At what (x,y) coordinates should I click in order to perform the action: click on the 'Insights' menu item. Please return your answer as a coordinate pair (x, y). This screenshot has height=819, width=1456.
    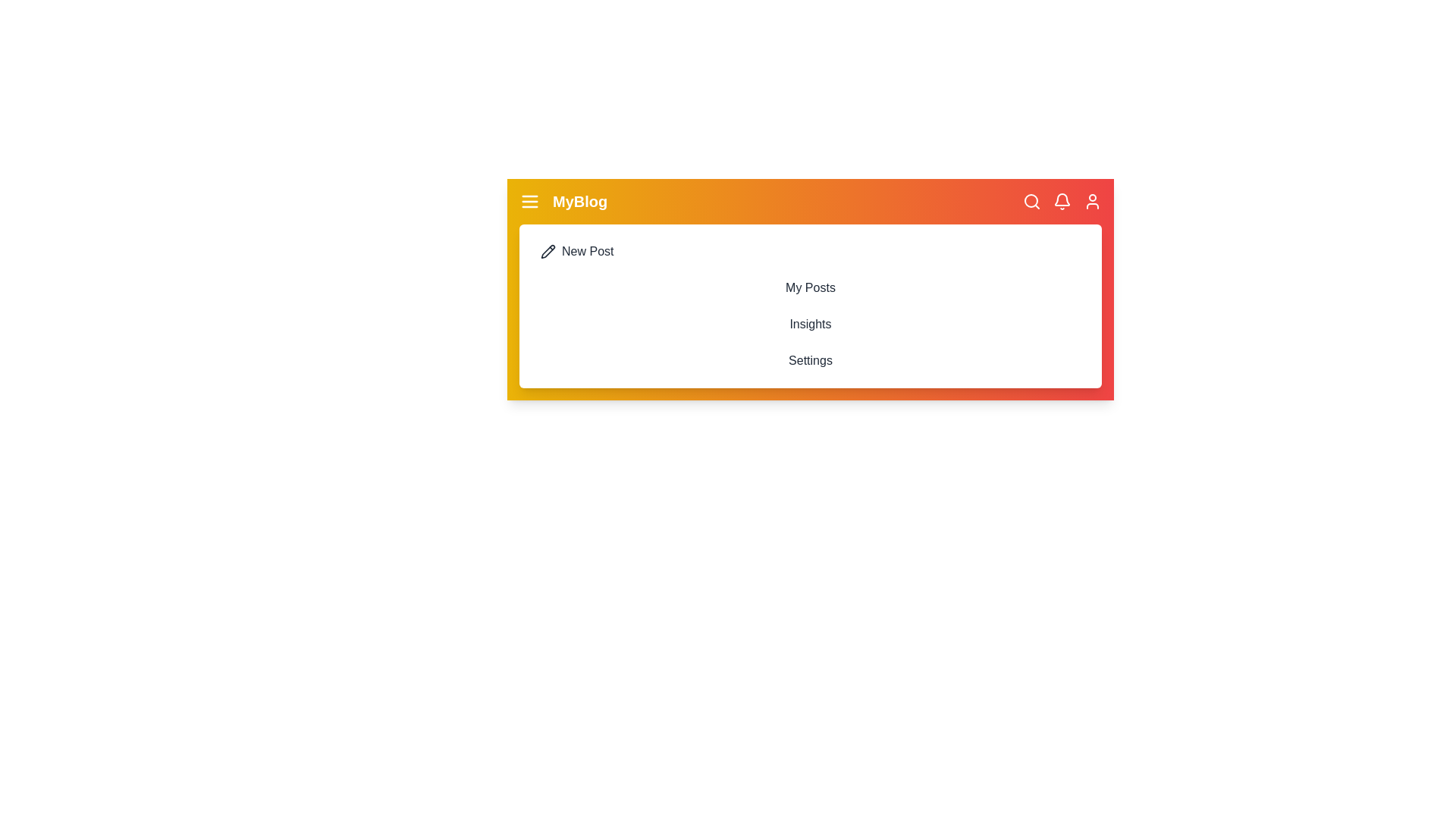
    Looking at the image, I should click on (810, 324).